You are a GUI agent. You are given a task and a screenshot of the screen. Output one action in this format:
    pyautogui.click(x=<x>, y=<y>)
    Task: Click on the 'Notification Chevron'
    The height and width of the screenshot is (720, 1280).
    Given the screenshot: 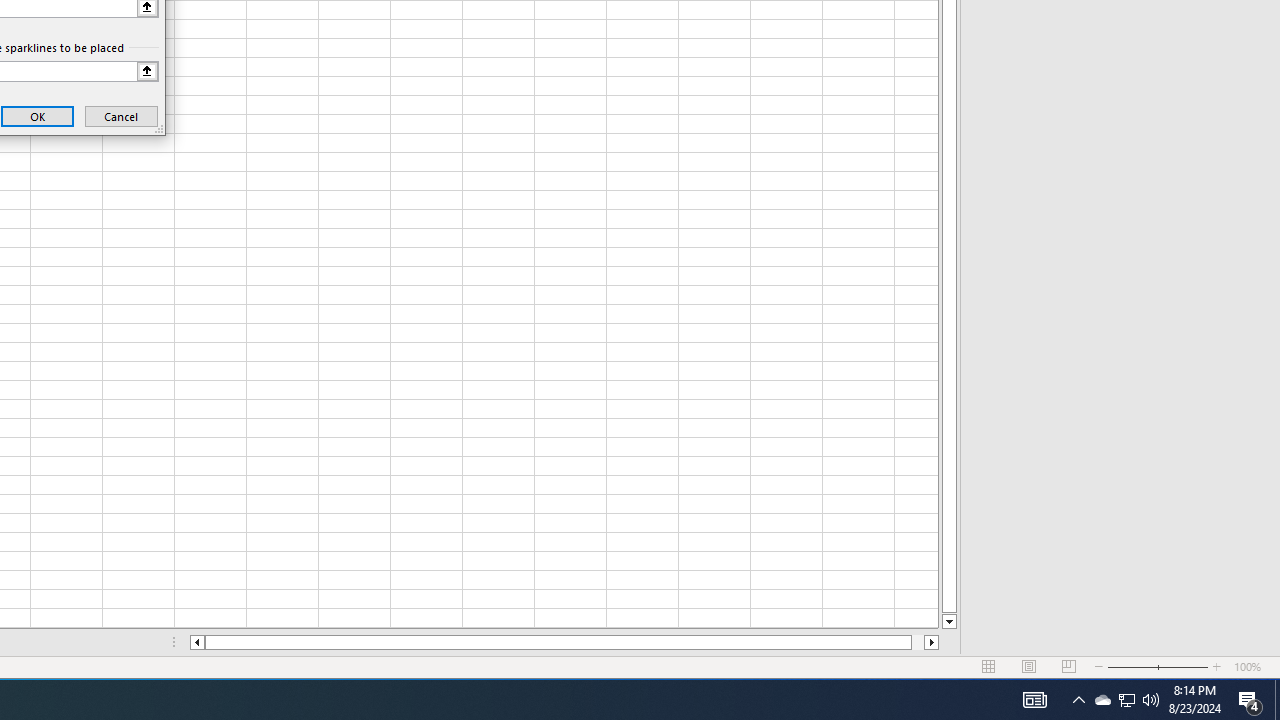 What is the action you would take?
    pyautogui.click(x=1078, y=698)
    